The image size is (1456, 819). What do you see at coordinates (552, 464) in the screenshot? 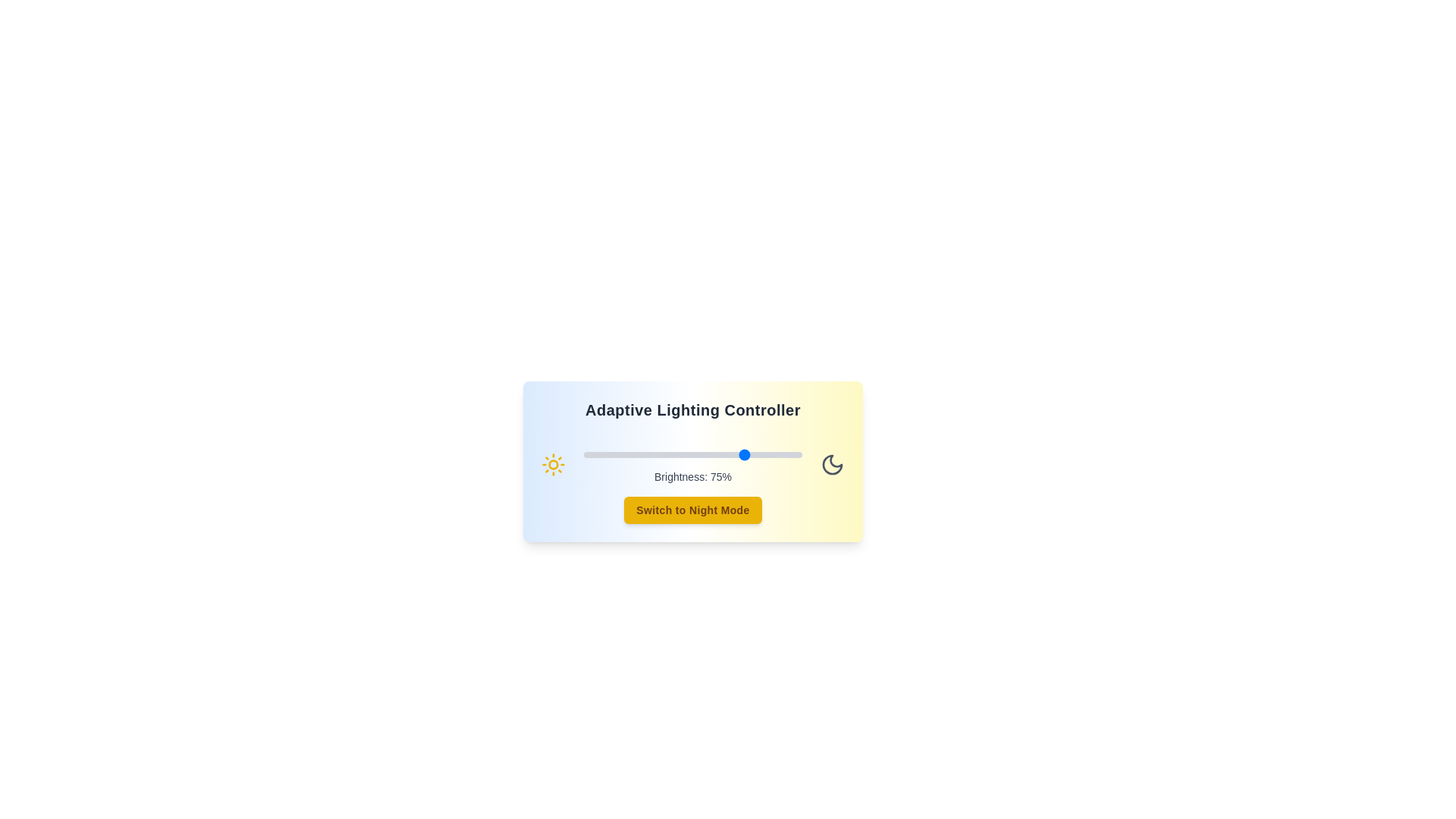
I see `the brightness icon located on the left side of the brightness control section, which indicates the brightness increase functionality` at bounding box center [552, 464].